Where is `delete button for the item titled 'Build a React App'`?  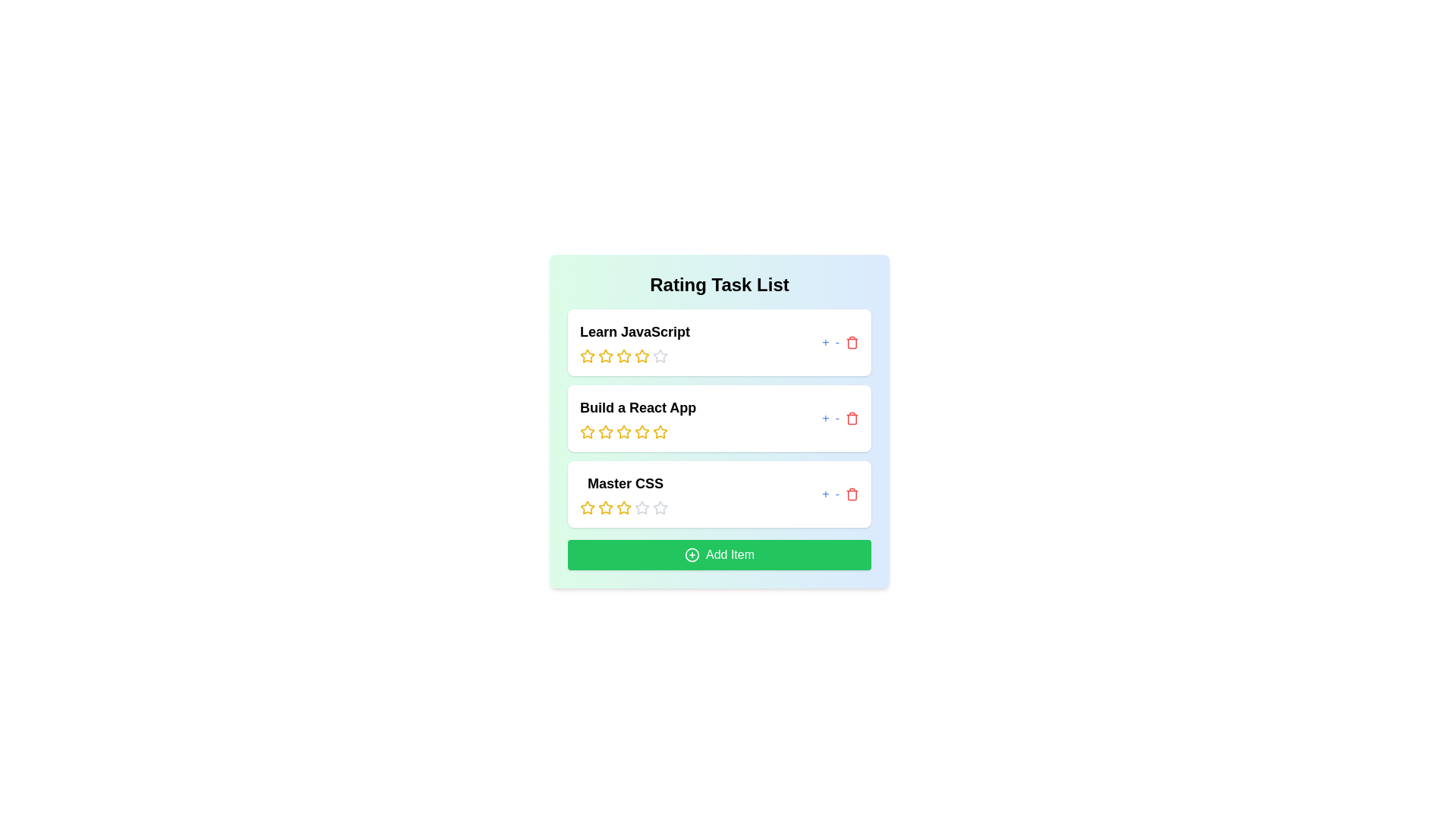 delete button for the item titled 'Build a React App' is located at coordinates (852, 418).